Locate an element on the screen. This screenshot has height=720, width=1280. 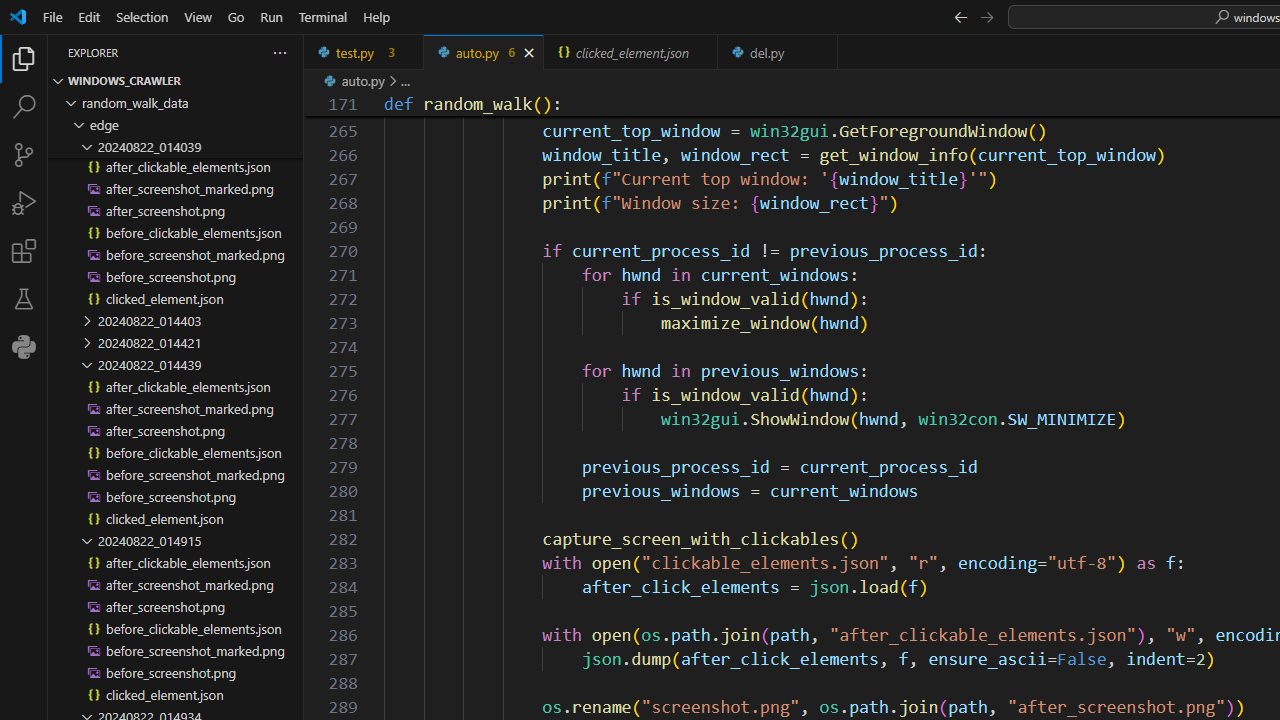
'Close (Ctrl+F4)' is located at coordinates (823, 51).